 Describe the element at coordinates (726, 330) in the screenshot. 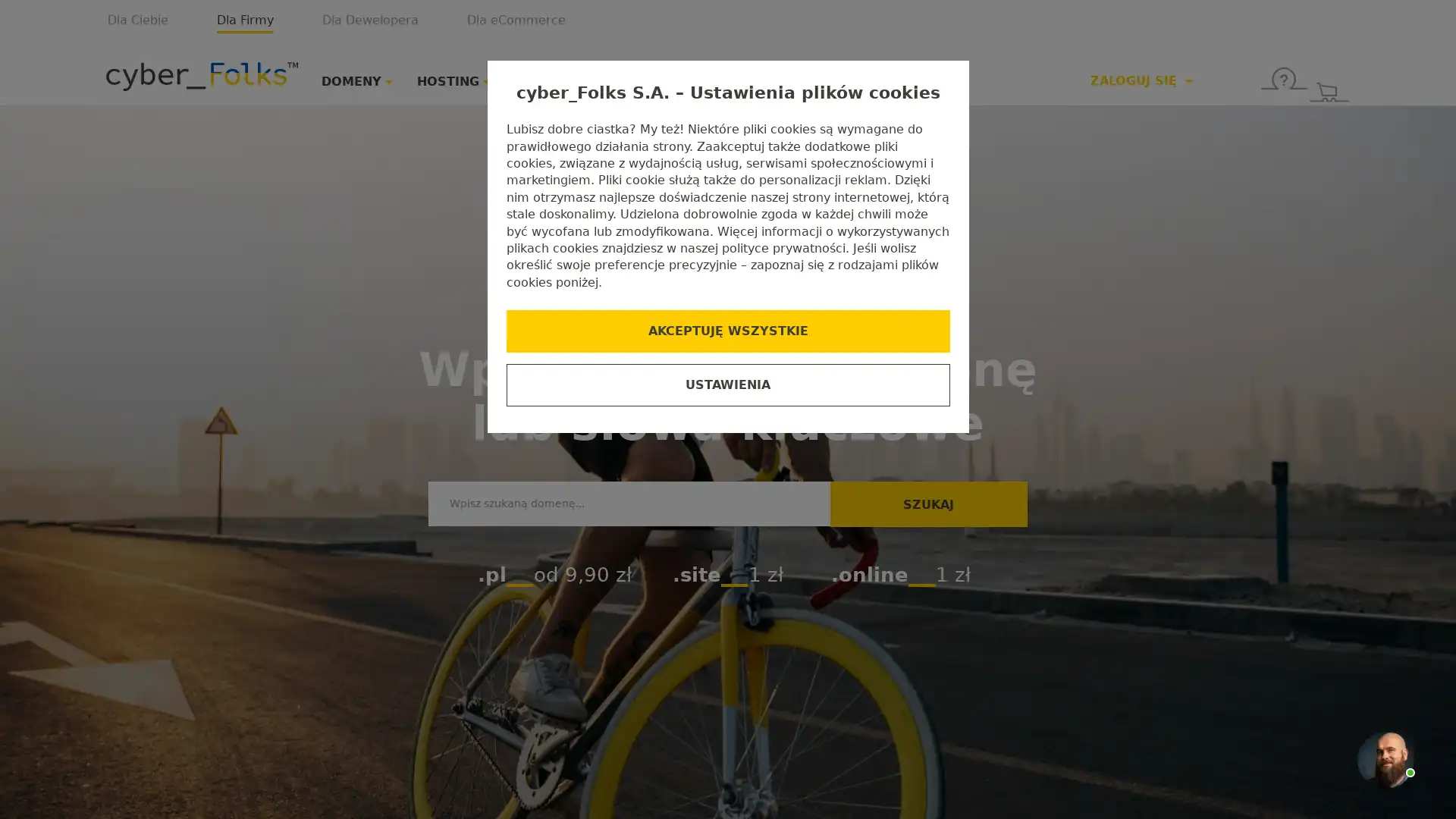

I see `AKCEPTUJE WSZYSTKIE` at that location.